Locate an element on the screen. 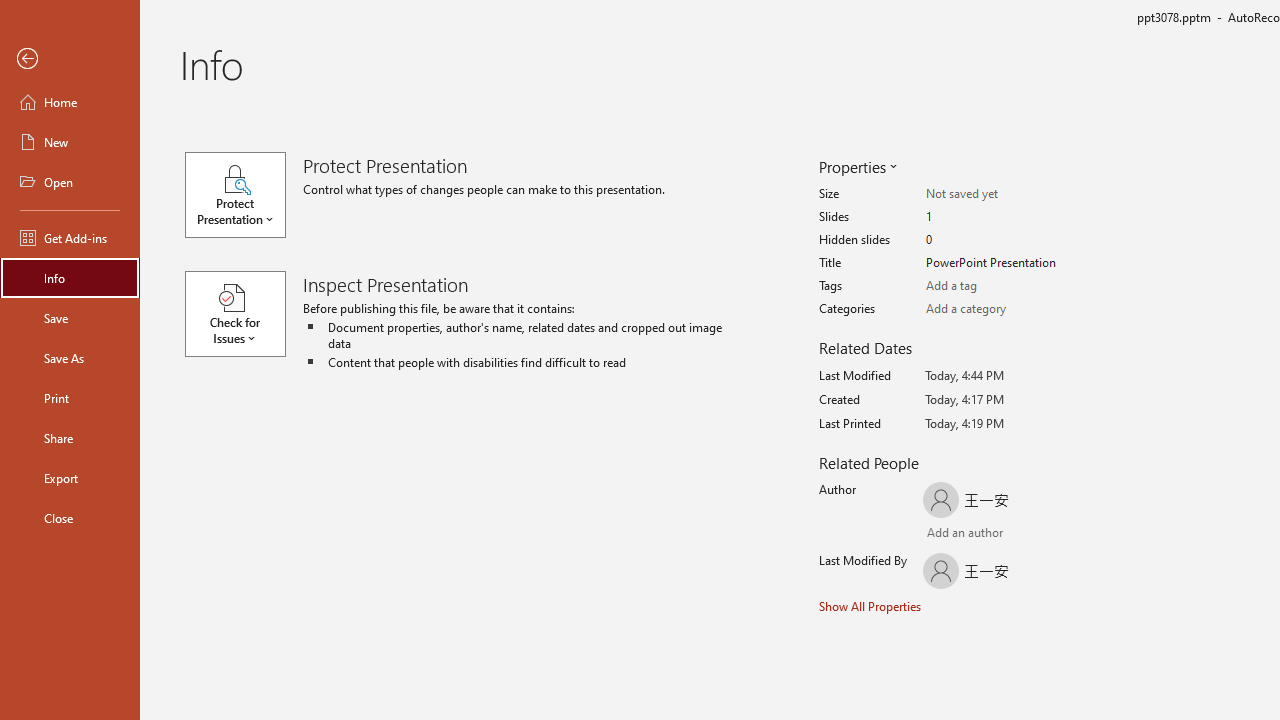  'Show All Properties' is located at coordinates (871, 605).